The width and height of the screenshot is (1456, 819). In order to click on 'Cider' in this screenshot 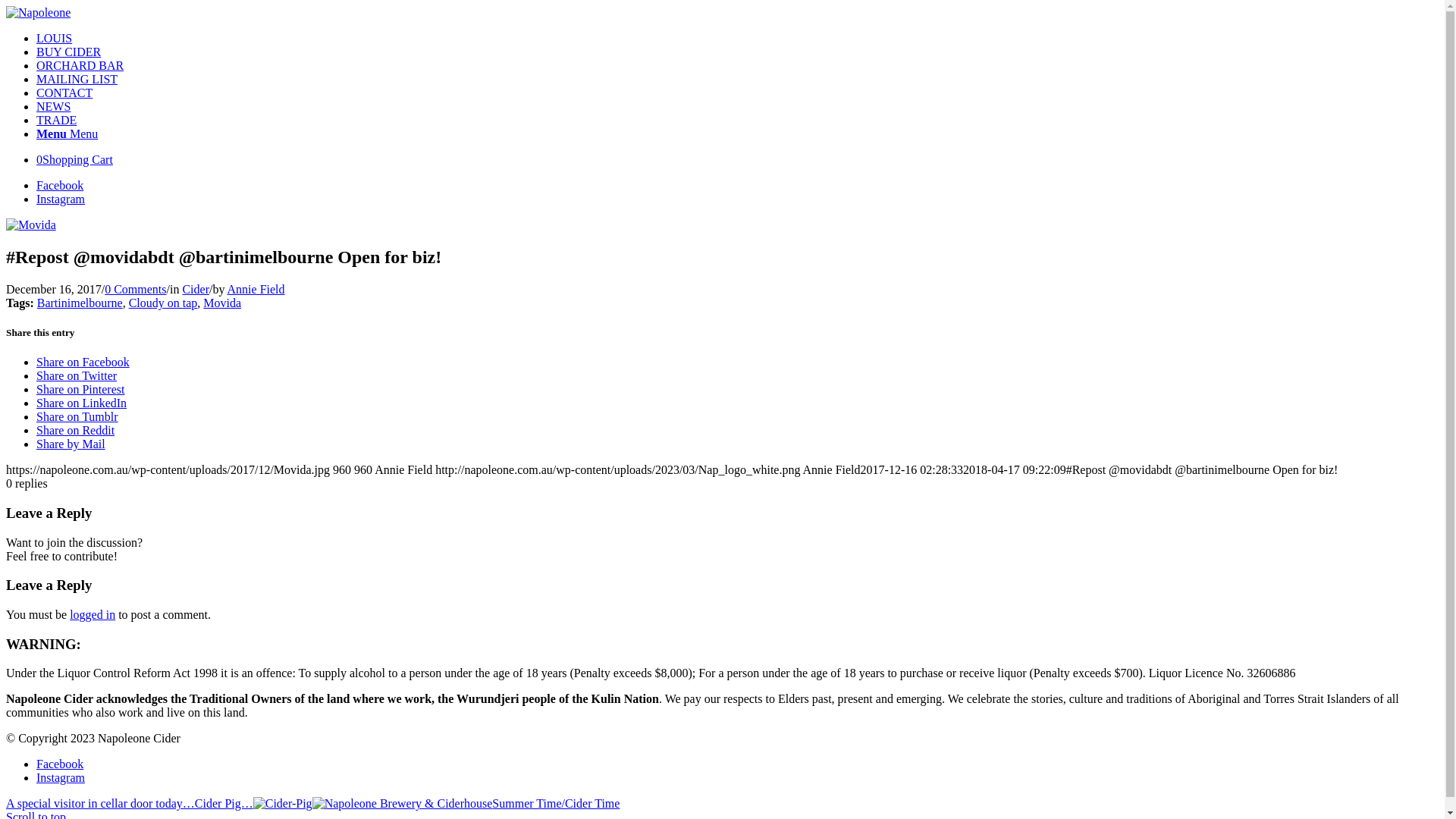, I will do `click(195, 289)`.